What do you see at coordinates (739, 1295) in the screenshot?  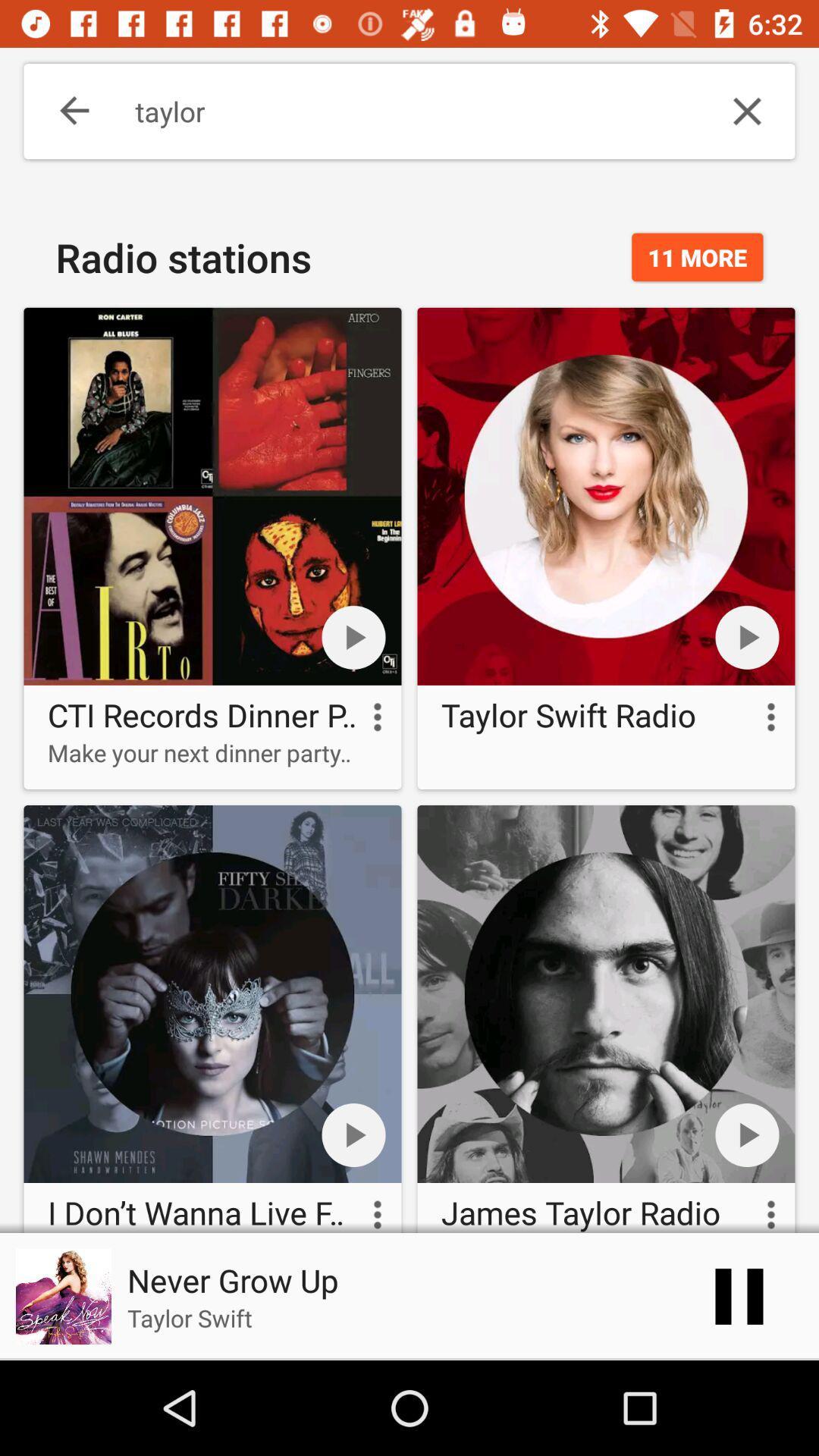 I see `the pause icon` at bounding box center [739, 1295].